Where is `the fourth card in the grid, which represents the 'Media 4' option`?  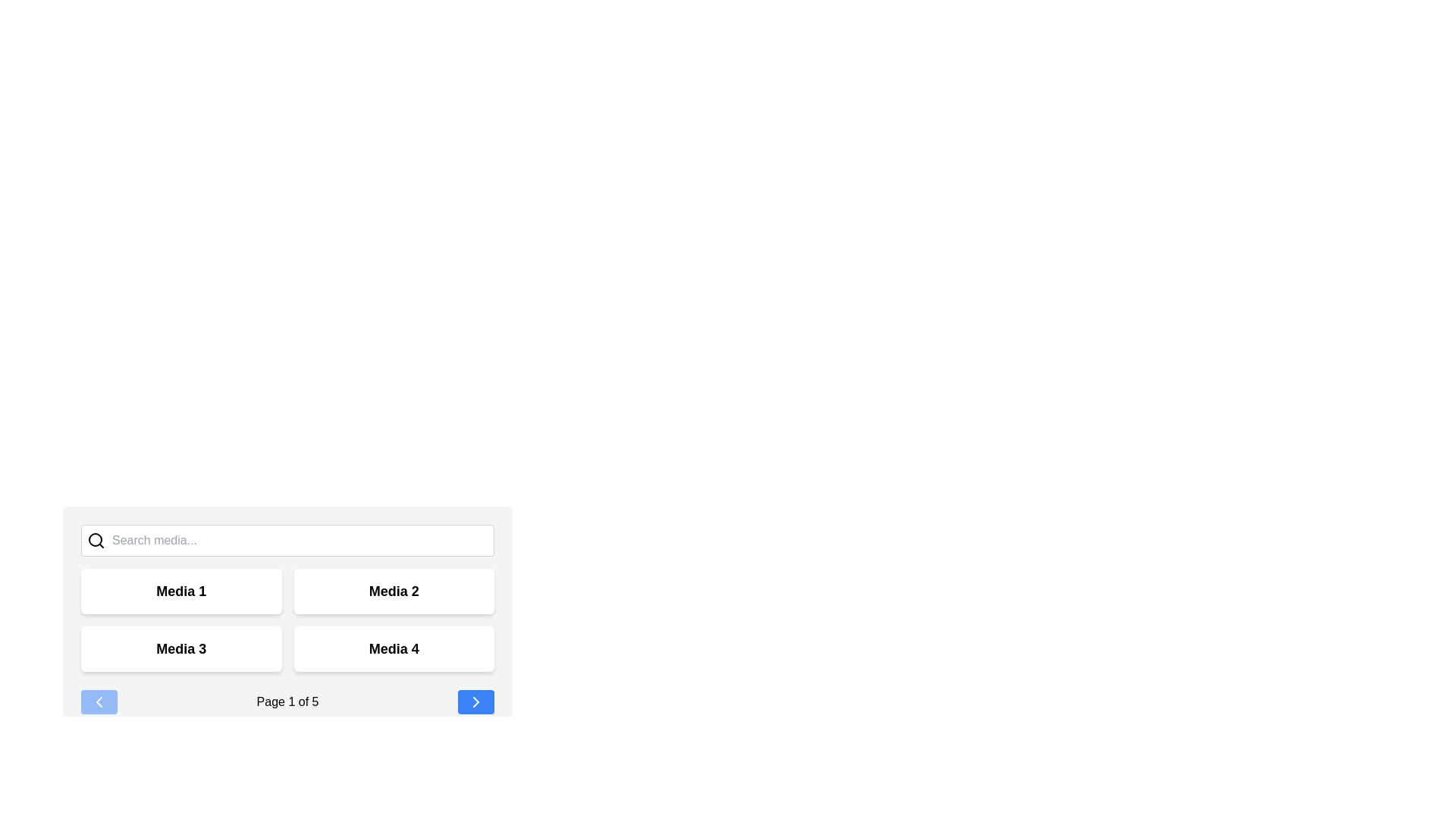 the fourth card in the grid, which represents the 'Media 4' option is located at coordinates (394, 648).